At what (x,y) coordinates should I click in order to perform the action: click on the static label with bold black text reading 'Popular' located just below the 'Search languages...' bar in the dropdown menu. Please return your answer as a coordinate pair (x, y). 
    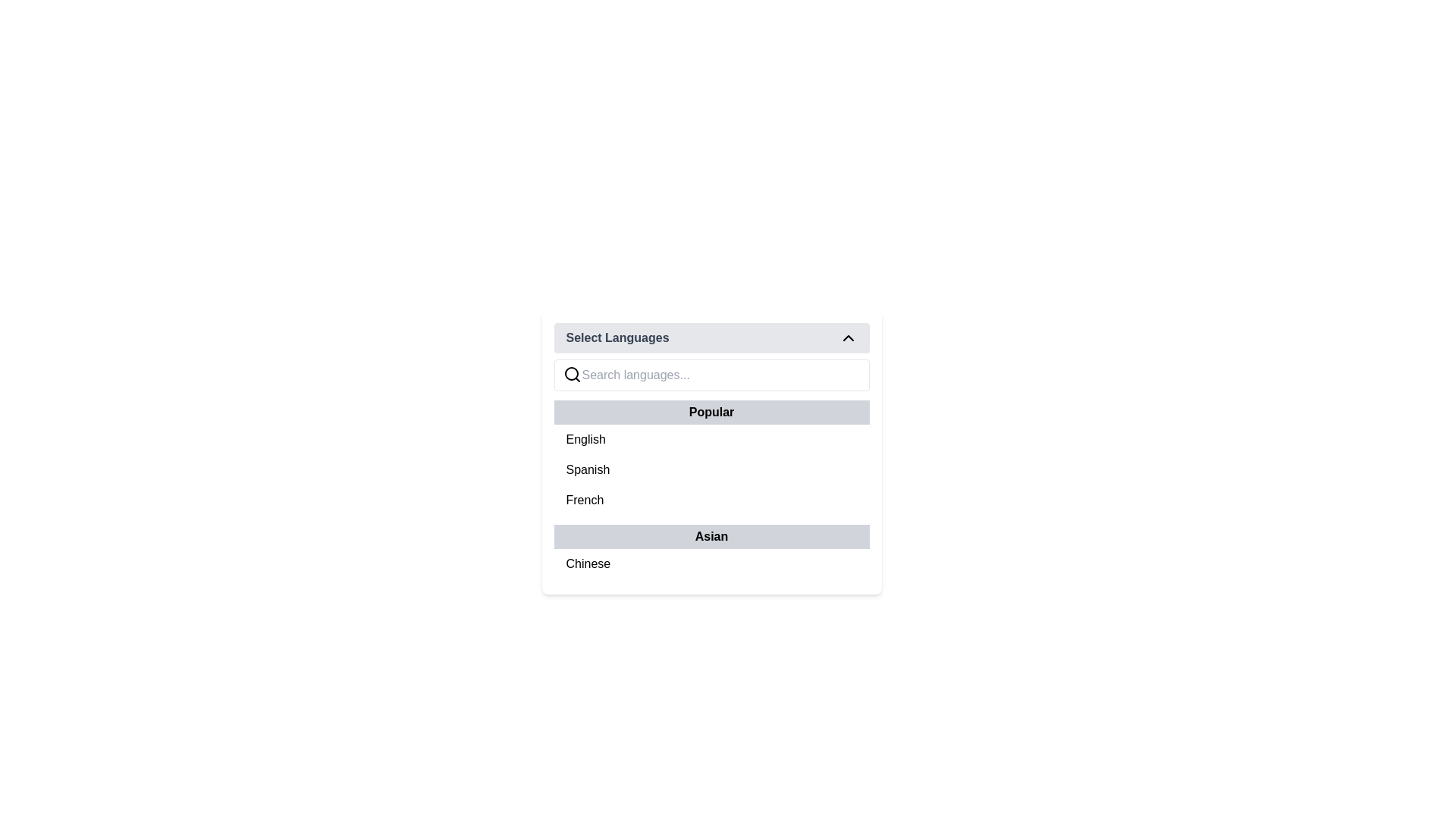
    Looking at the image, I should click on (711, 412).